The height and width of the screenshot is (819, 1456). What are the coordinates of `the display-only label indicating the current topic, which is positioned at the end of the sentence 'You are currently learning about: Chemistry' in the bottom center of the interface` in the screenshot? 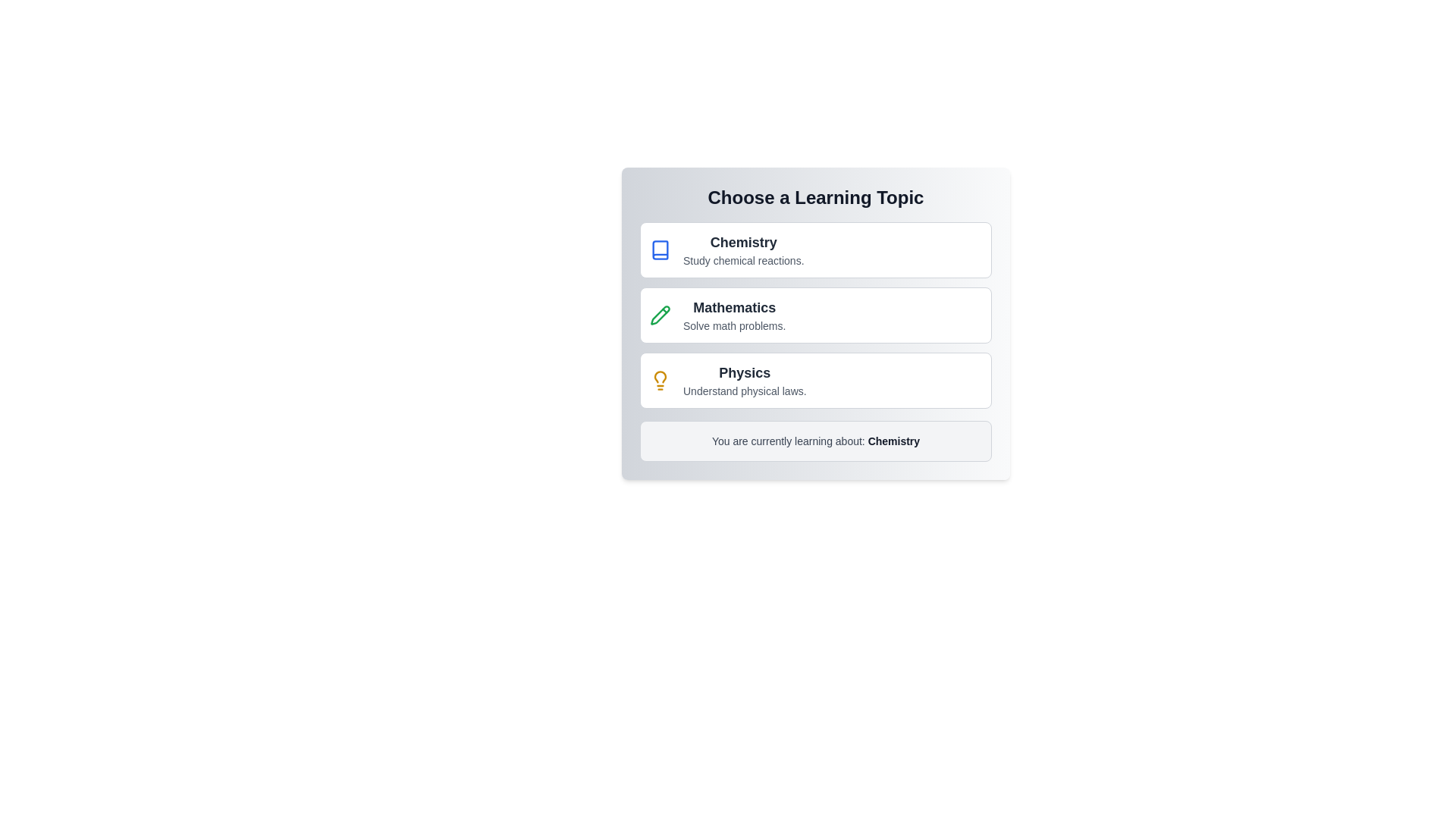 It's located at (893, 441).